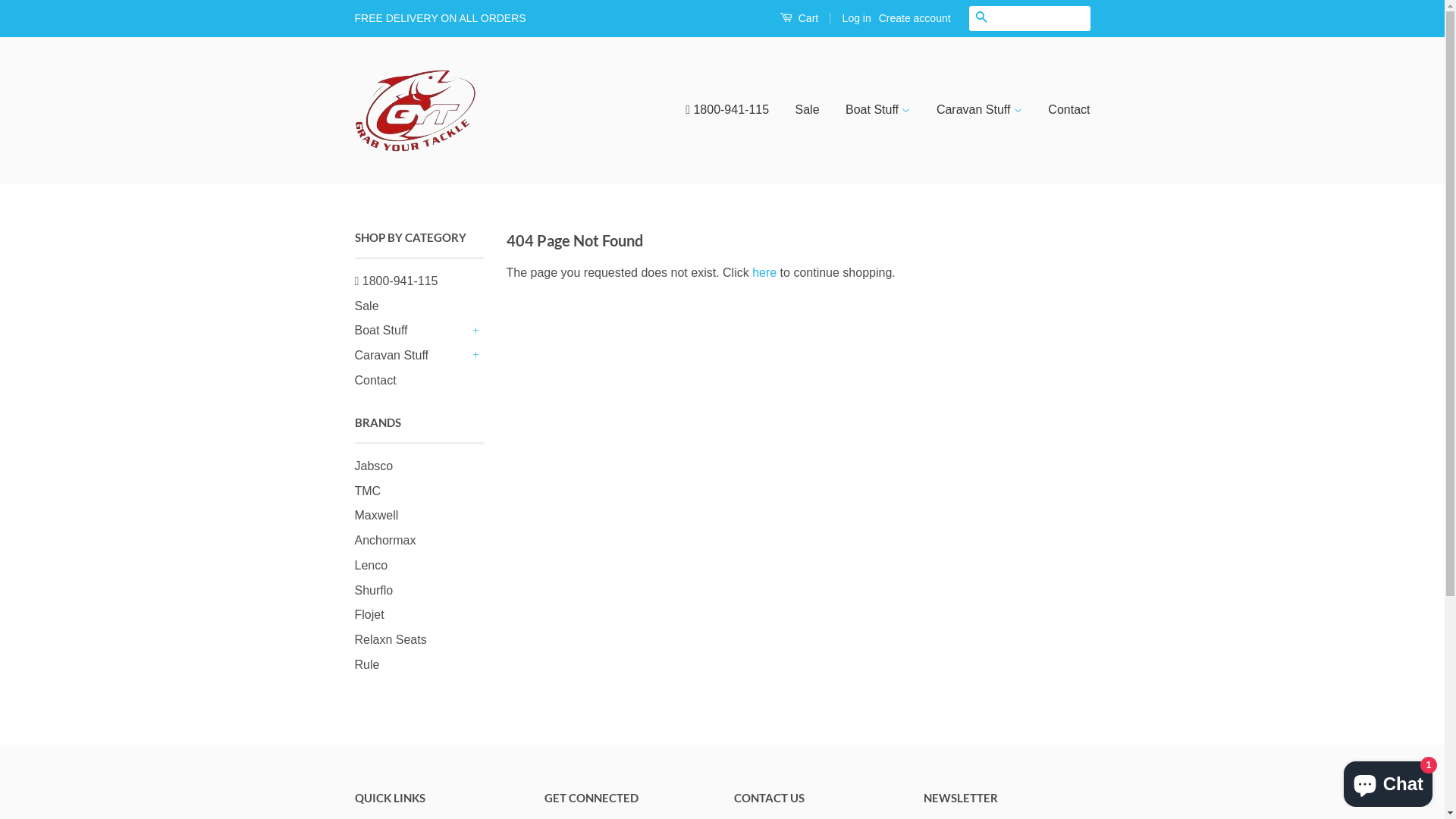  What do you see at coordinates (353, 490) in the screenshot?
I see `'TMC'` at bounding box center [353, 490].